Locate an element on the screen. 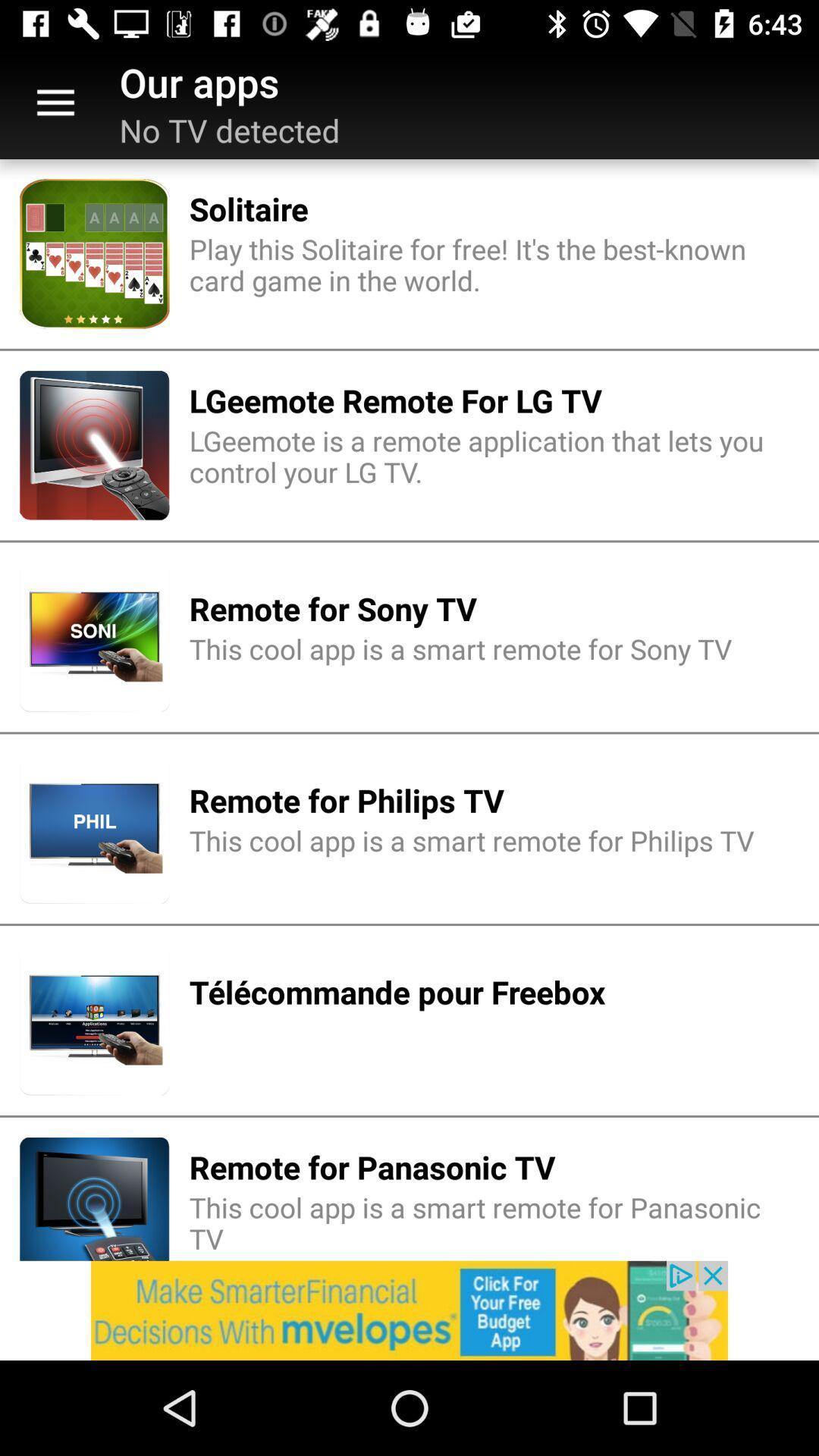 This screenshot has height=1456, width=819. to see about add is located at coordinates (409, 1310).